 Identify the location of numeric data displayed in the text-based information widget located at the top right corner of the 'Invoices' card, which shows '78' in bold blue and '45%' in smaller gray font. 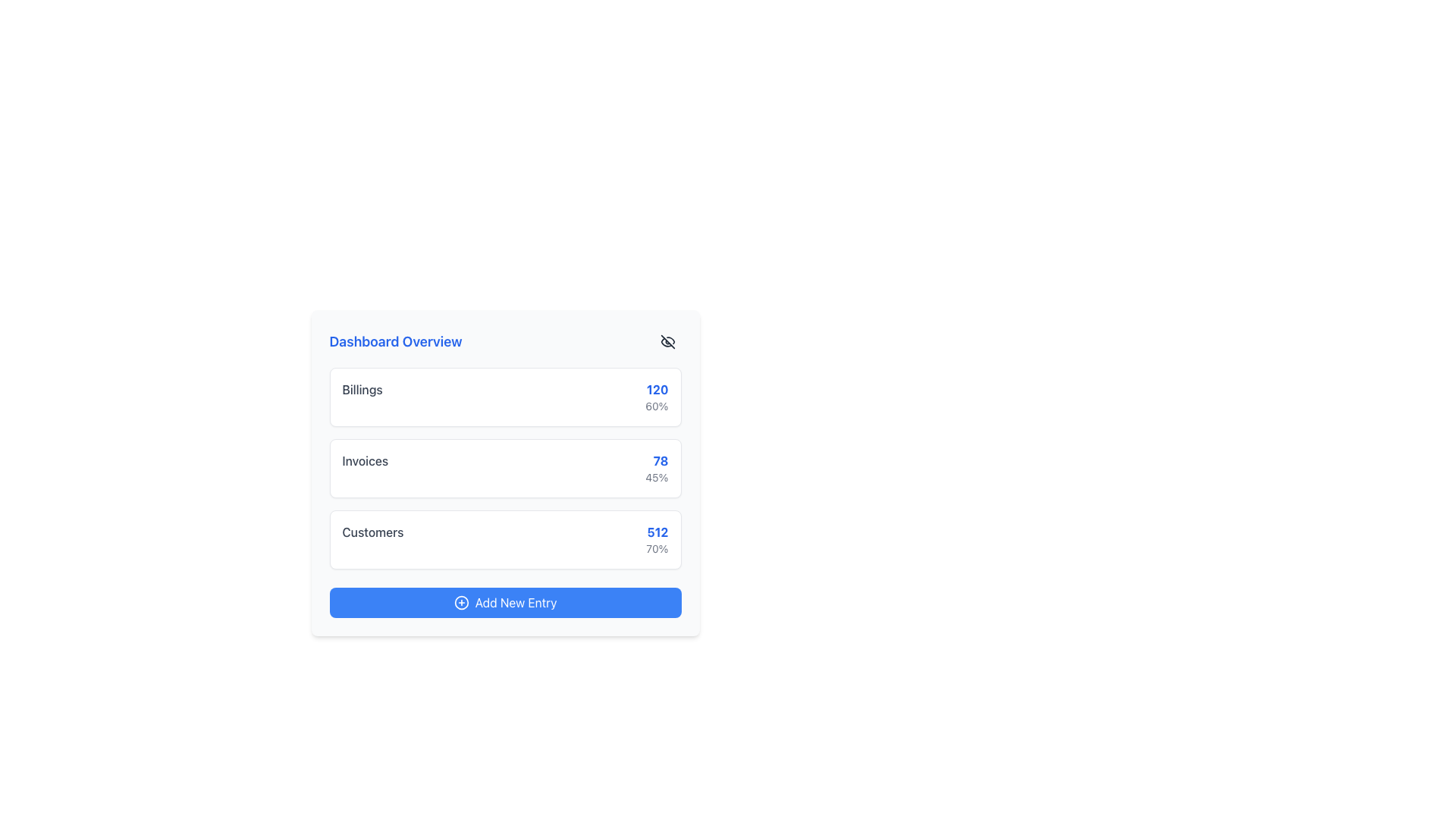
(657, 467).